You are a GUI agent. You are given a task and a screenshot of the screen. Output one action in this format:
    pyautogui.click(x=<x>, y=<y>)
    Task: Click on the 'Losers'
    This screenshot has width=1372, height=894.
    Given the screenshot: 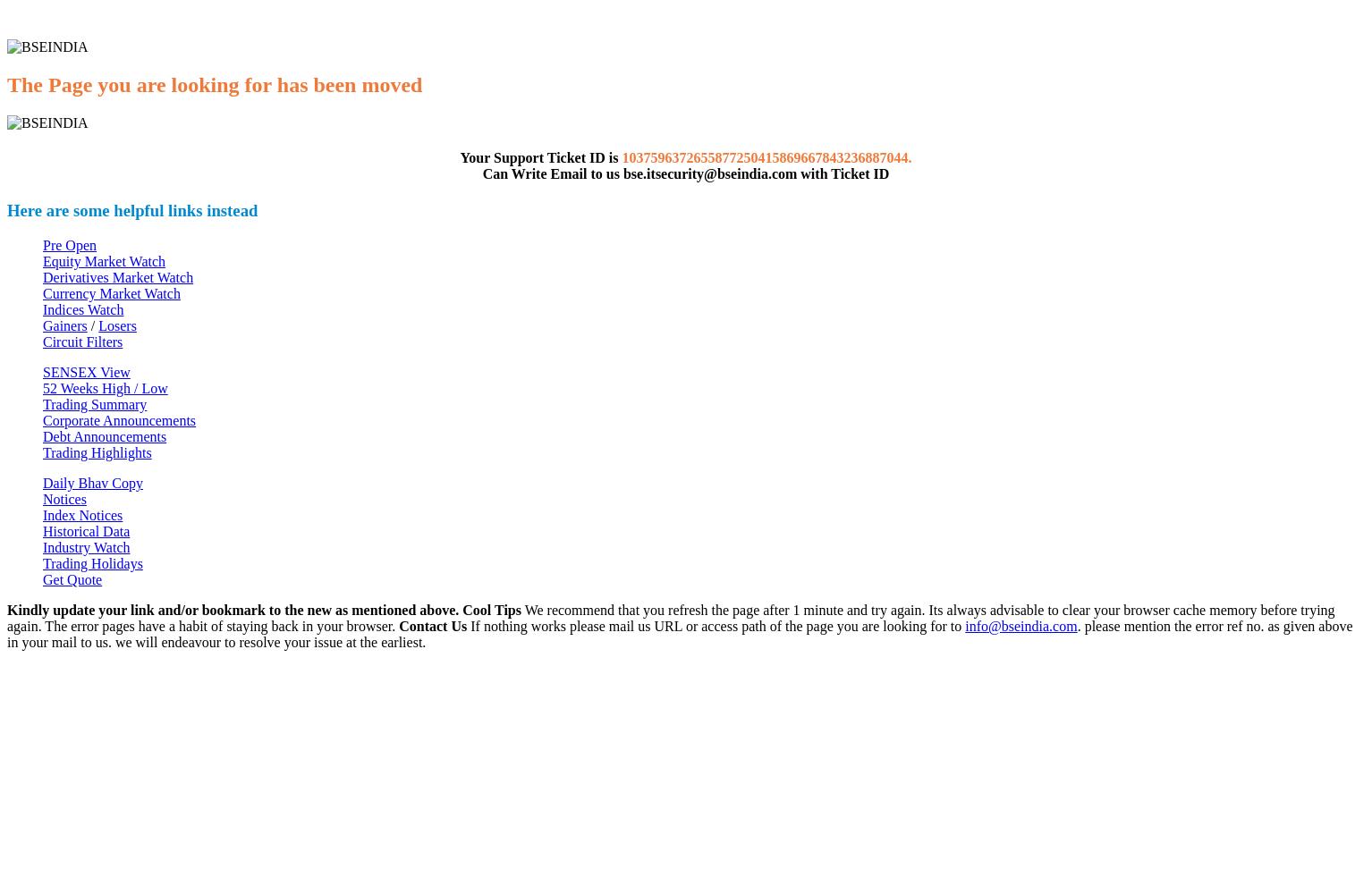 What is the action you would take?
    pyautogui.click(x=116, y=325)
    